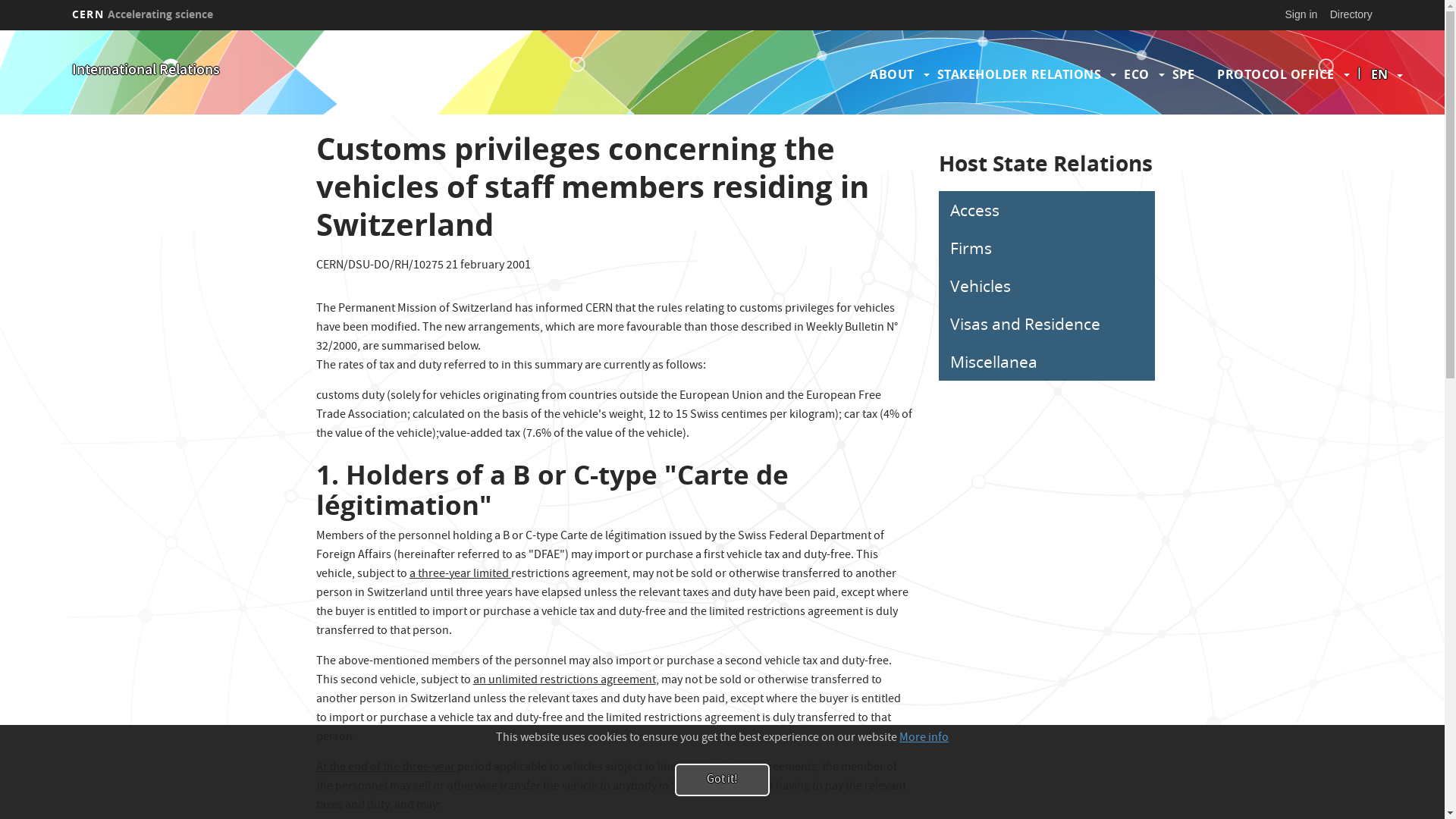 This screenshot has width=1456, height=819. Describe the element at coordinates (892, 74) in the screenshot. I see `'ABOUT'` at that location.